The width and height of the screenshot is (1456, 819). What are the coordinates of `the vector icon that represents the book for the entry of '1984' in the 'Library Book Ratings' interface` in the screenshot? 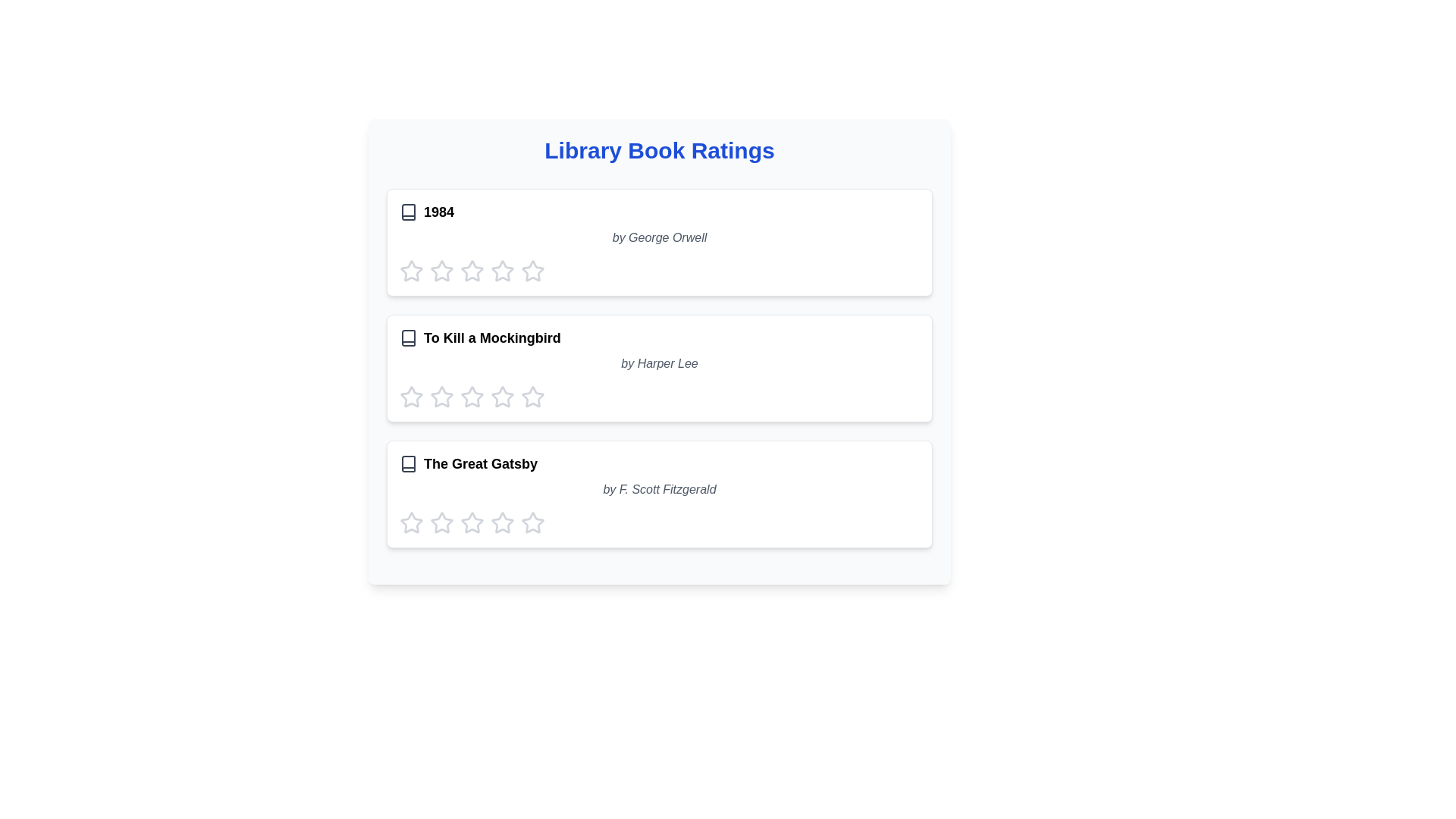 It's located at (408, 212).